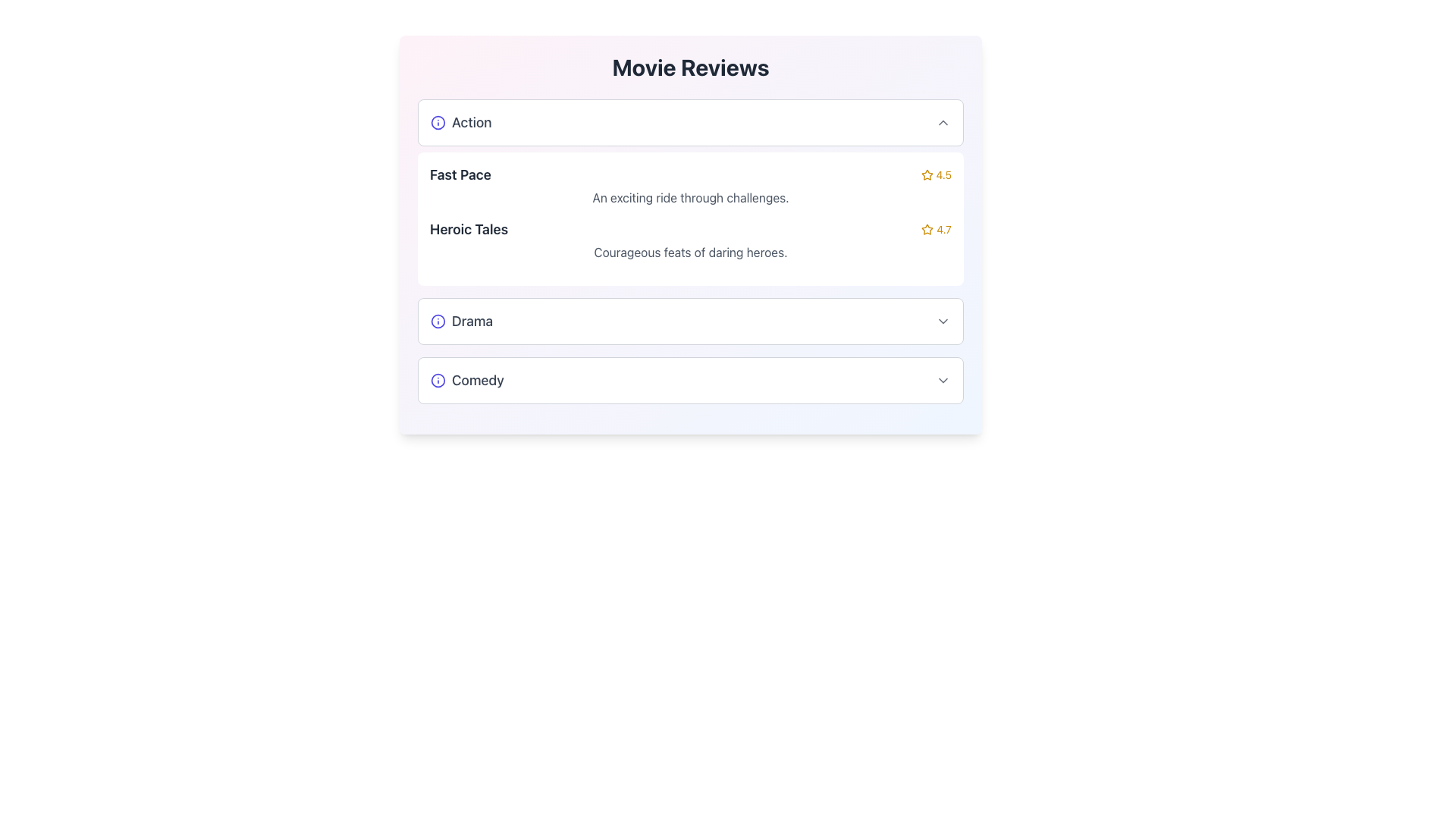 This screenshot has height=819, width=1456. I want to click on the second list item in the 'Action' category, which displays textual and rating information, so click(690, 239).